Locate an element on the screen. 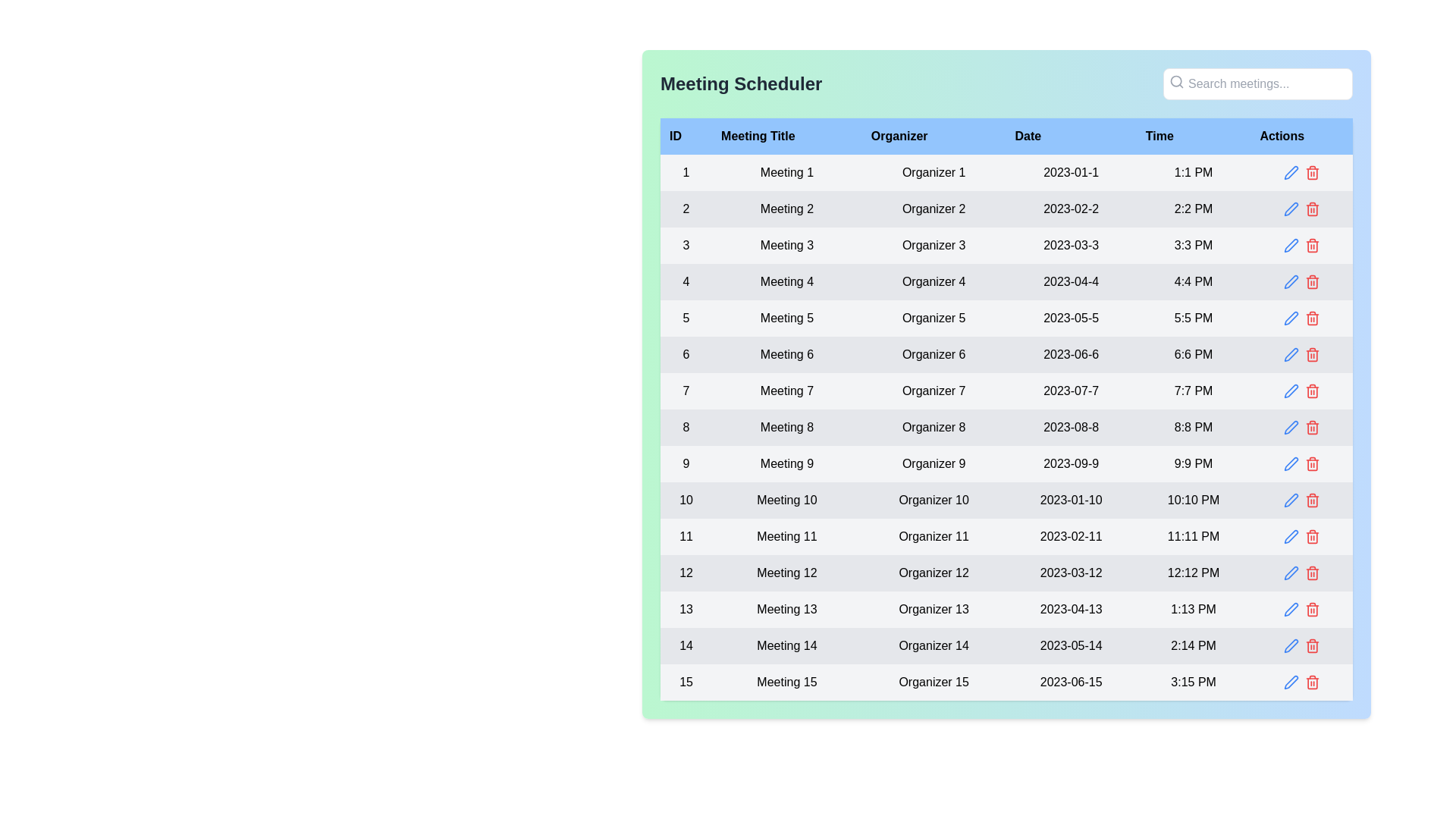 The height and width of the screenshot is (819, 1456). the static text displaying the scheduled date for a meeting located in the fourth row of the table under the 'Date' column is located at coordinates (1070, 281).